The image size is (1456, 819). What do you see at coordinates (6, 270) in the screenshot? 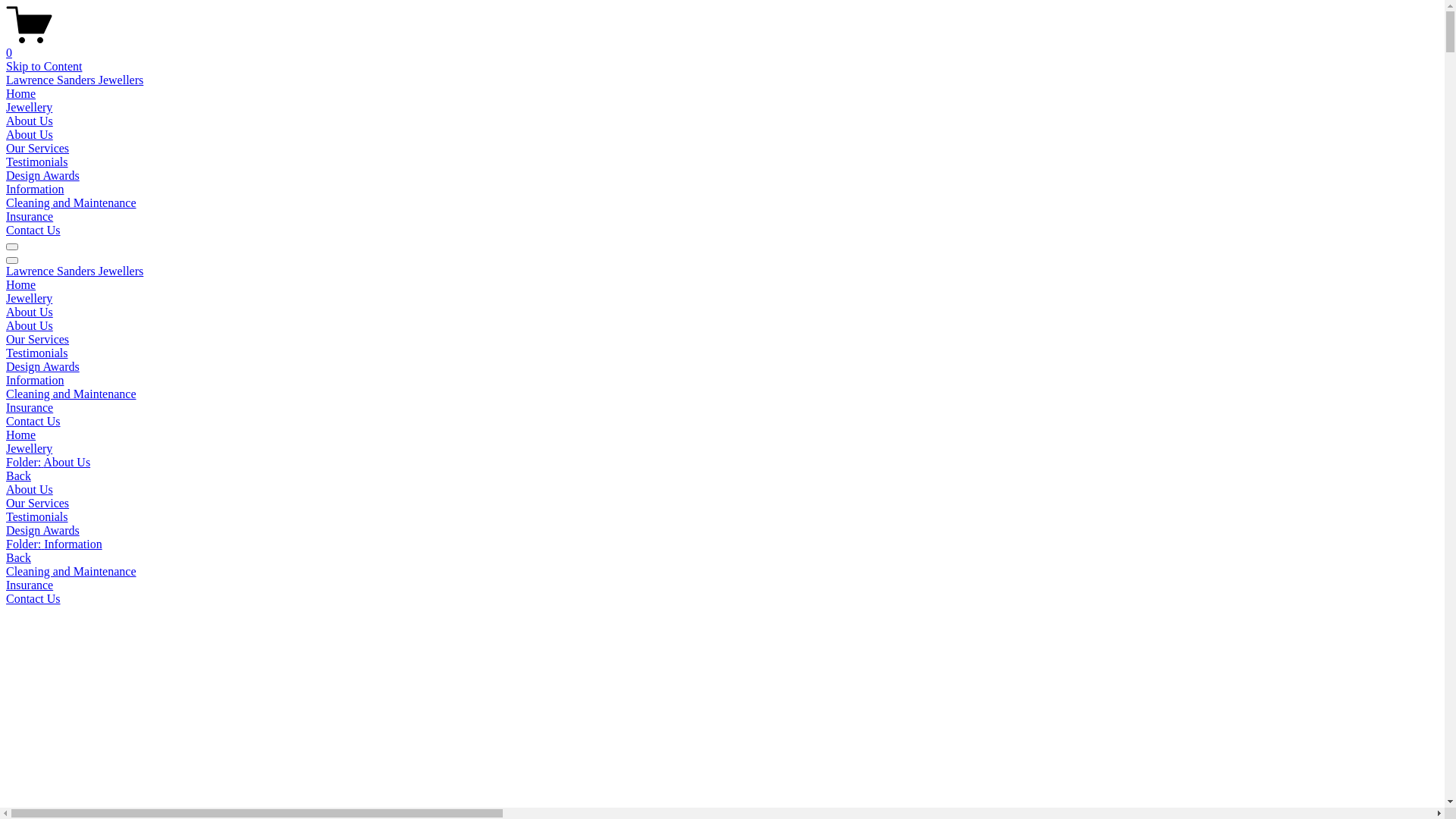
I see `'Lawrence Sanders Jewellers'` at bounding box center [6, 270].